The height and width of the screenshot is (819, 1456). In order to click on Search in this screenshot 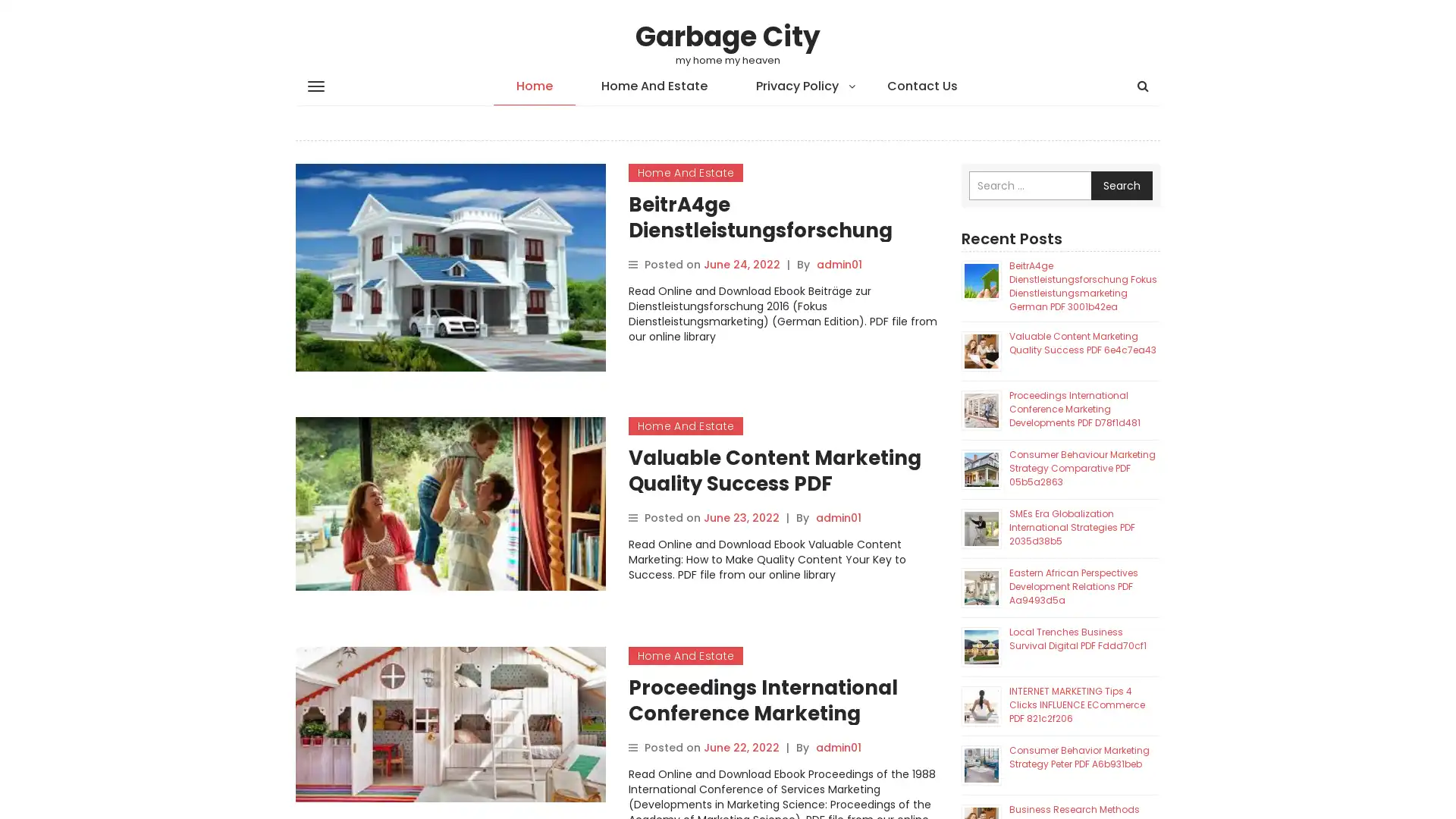, I will do `click(1122, 185)`.